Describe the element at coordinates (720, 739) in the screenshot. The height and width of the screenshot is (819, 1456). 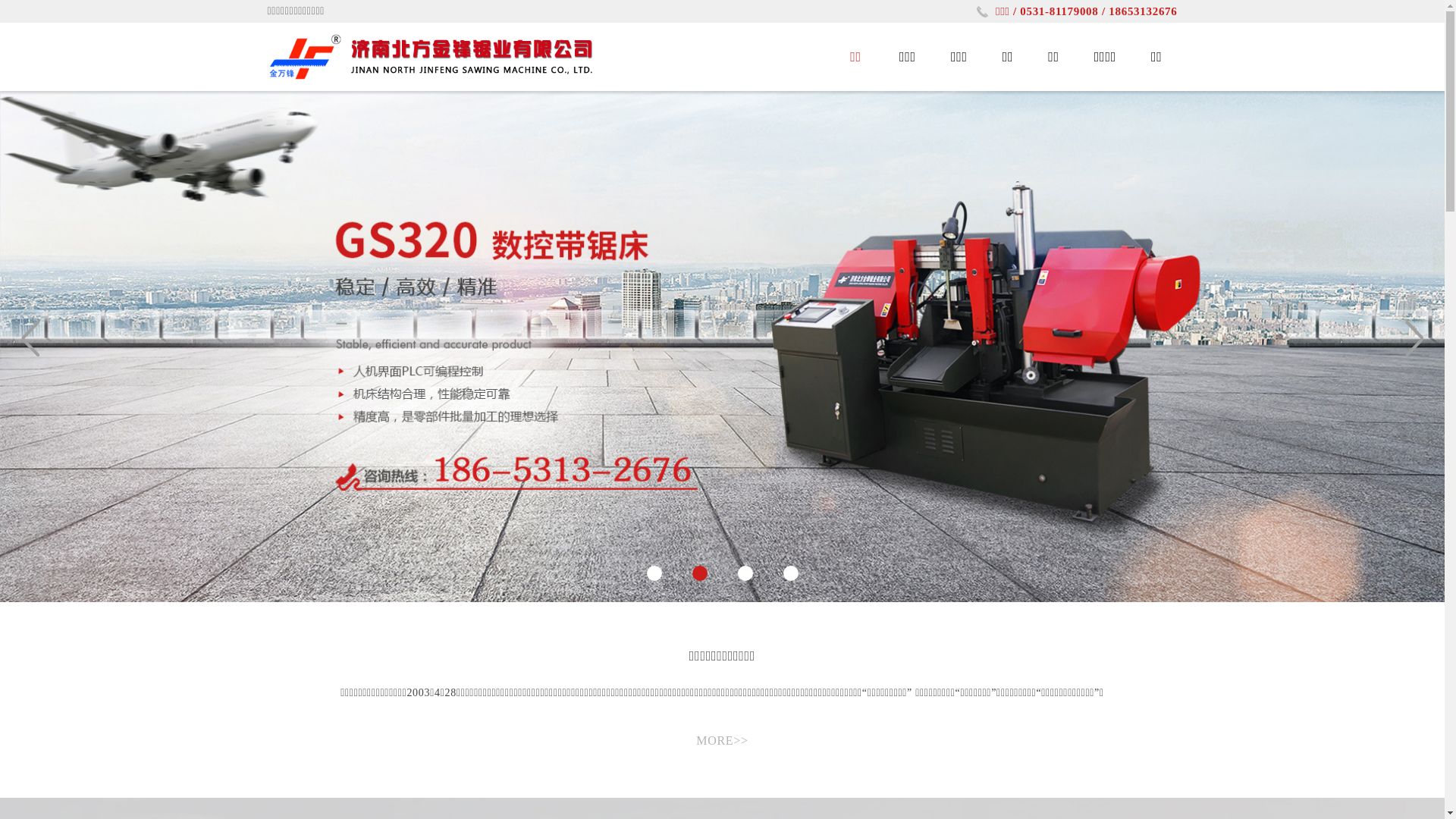
I see `'MORE>>'` at that location.